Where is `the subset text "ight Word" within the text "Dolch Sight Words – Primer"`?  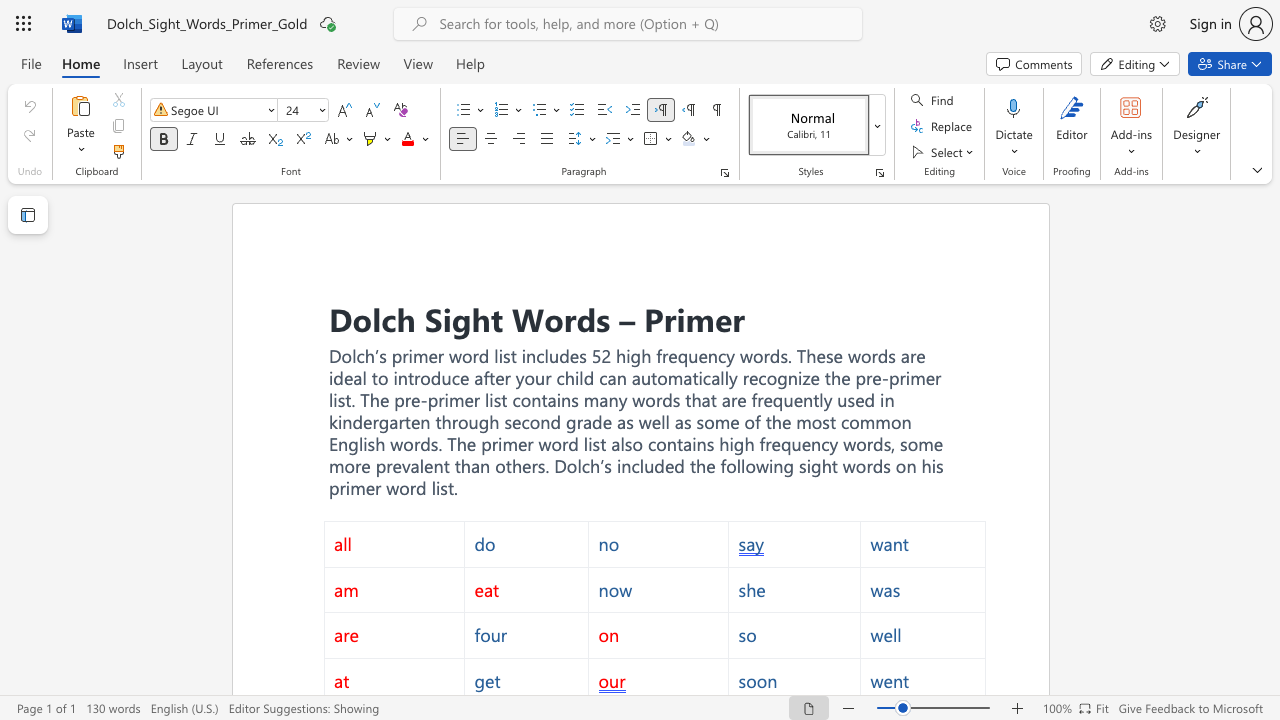
the subset text "ight Word" within the text "Dolch Sight Words – Primer" is located at coordinates (441, 317).